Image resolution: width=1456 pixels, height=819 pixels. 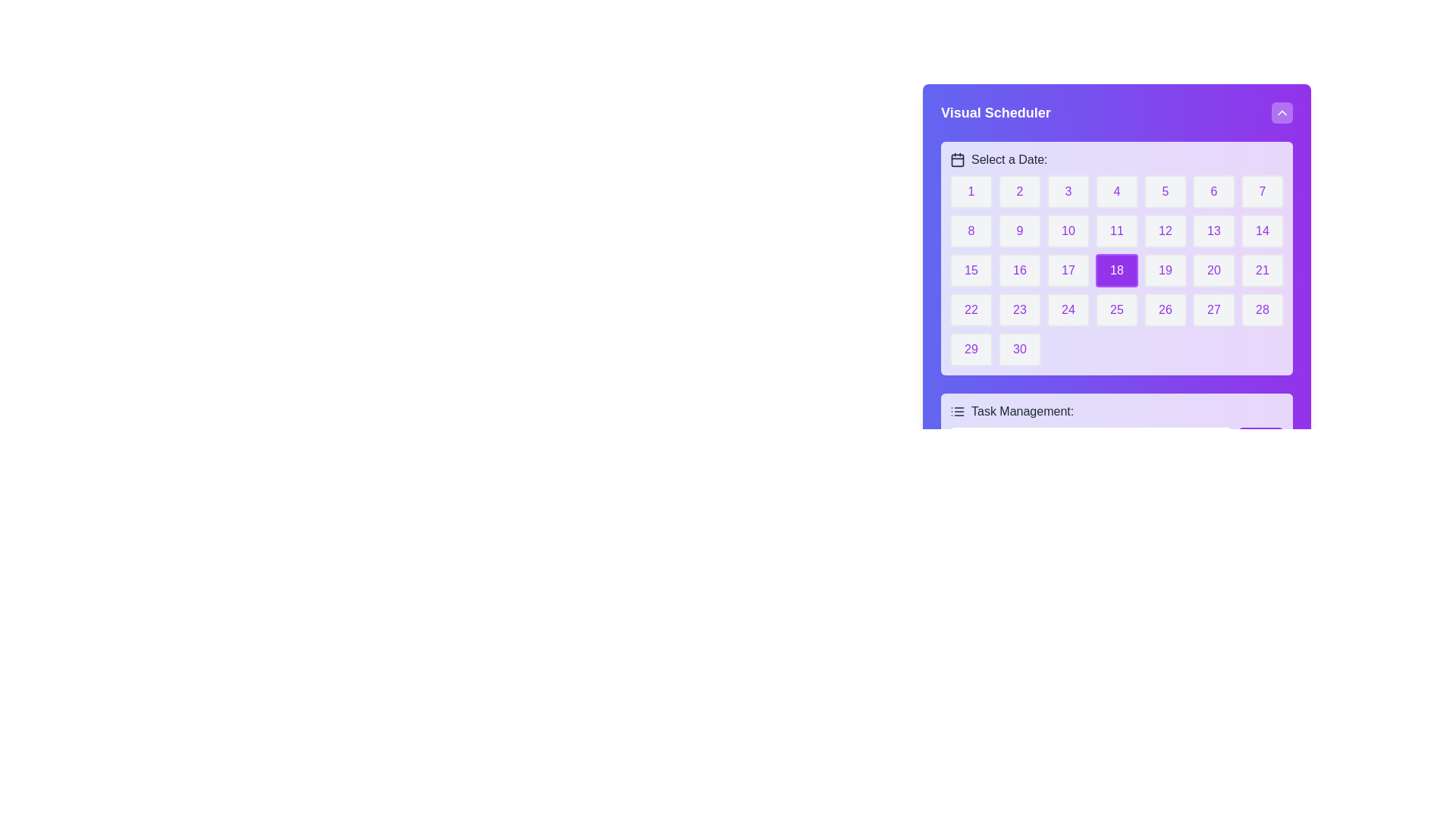 What do you see at coordinates (1164, 270) in the screenshot?
I see `the rounded rectangular button displaying the number '19' with a light gray background and purple text` at bounding box center [1164, 270].